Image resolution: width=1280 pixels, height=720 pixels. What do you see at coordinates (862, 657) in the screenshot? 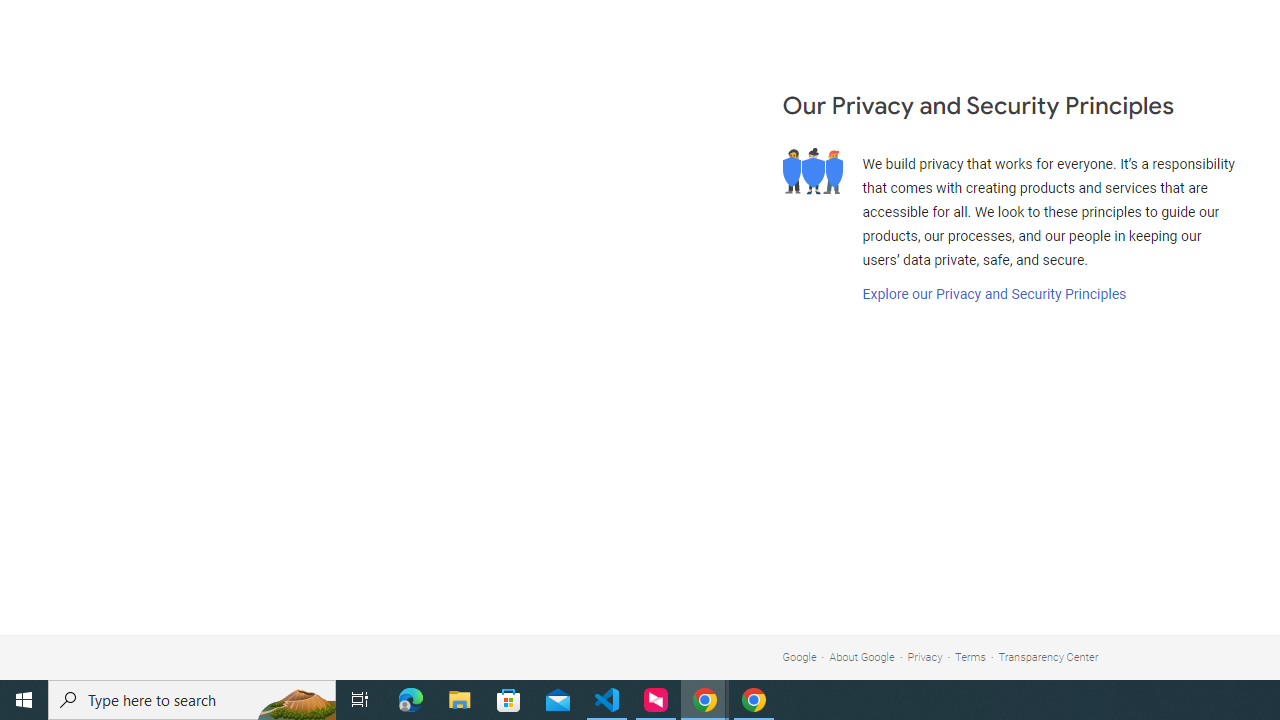
I see `'About Google'` at bounding box center [862, 657].